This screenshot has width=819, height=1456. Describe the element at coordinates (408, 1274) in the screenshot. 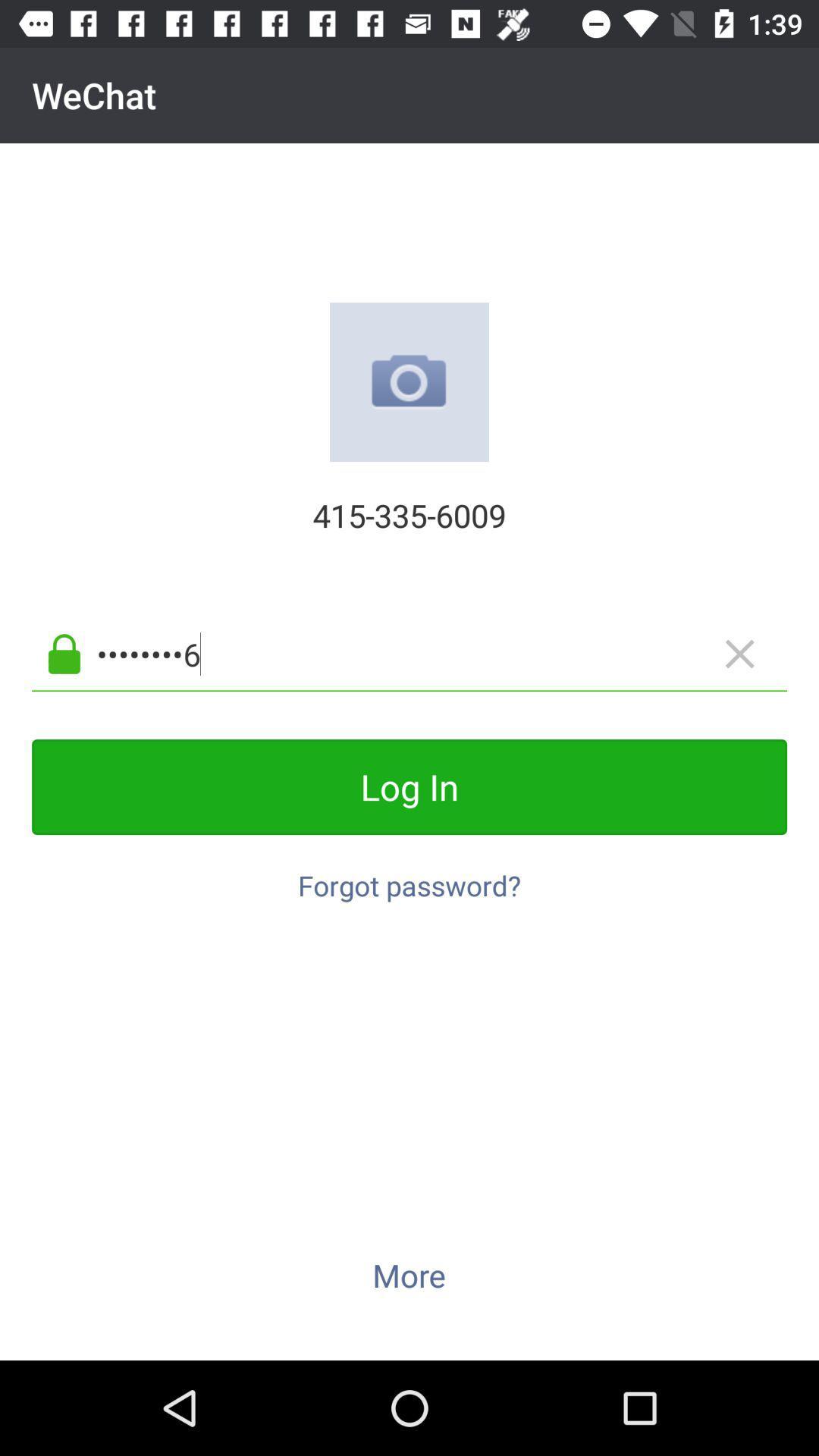

I see `the more icon` at that location.